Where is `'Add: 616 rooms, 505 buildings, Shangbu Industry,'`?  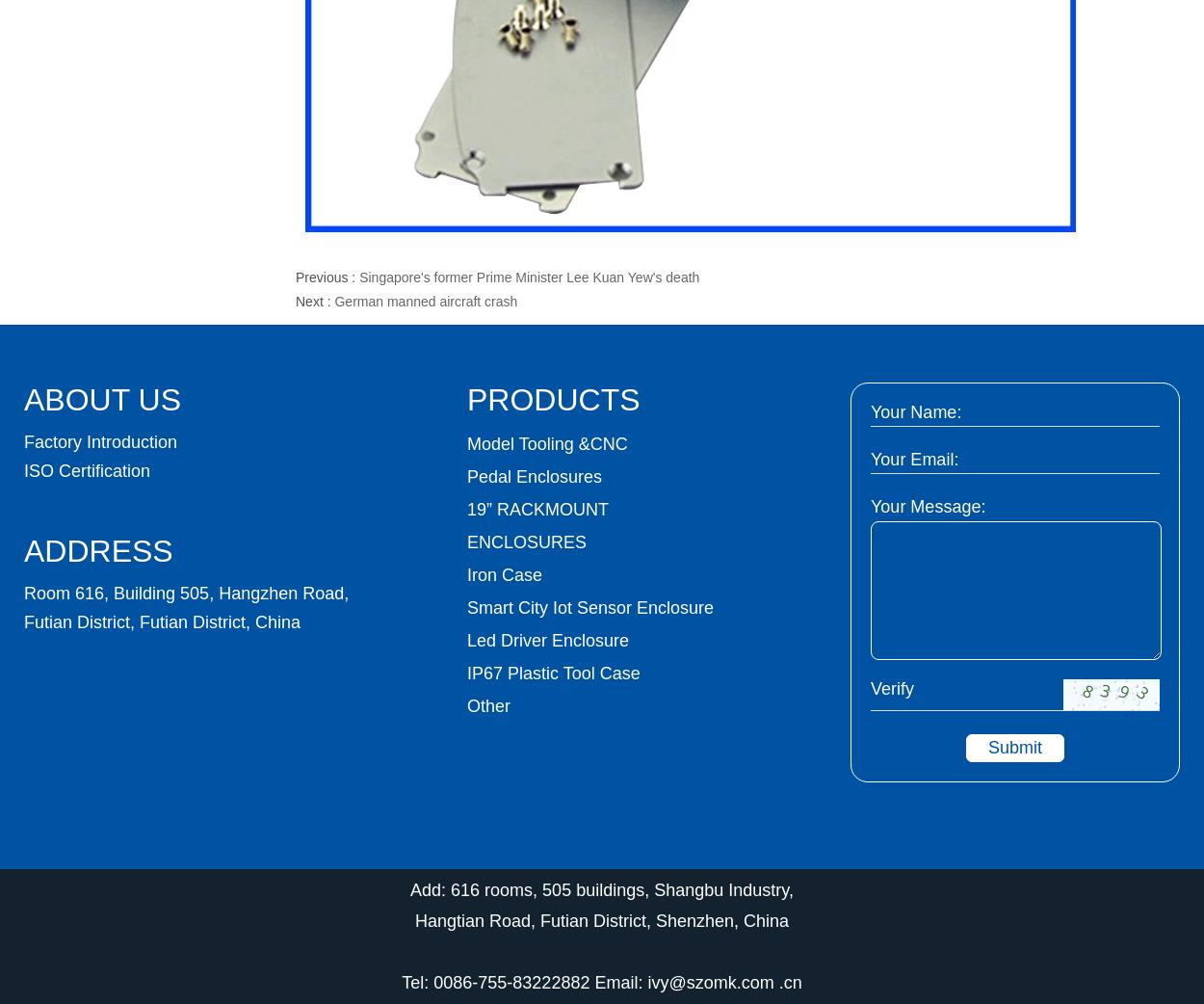
'Add: 616 rooms, 505 buildings, Shangbu Industry,' is located at coordinates (600, 888).